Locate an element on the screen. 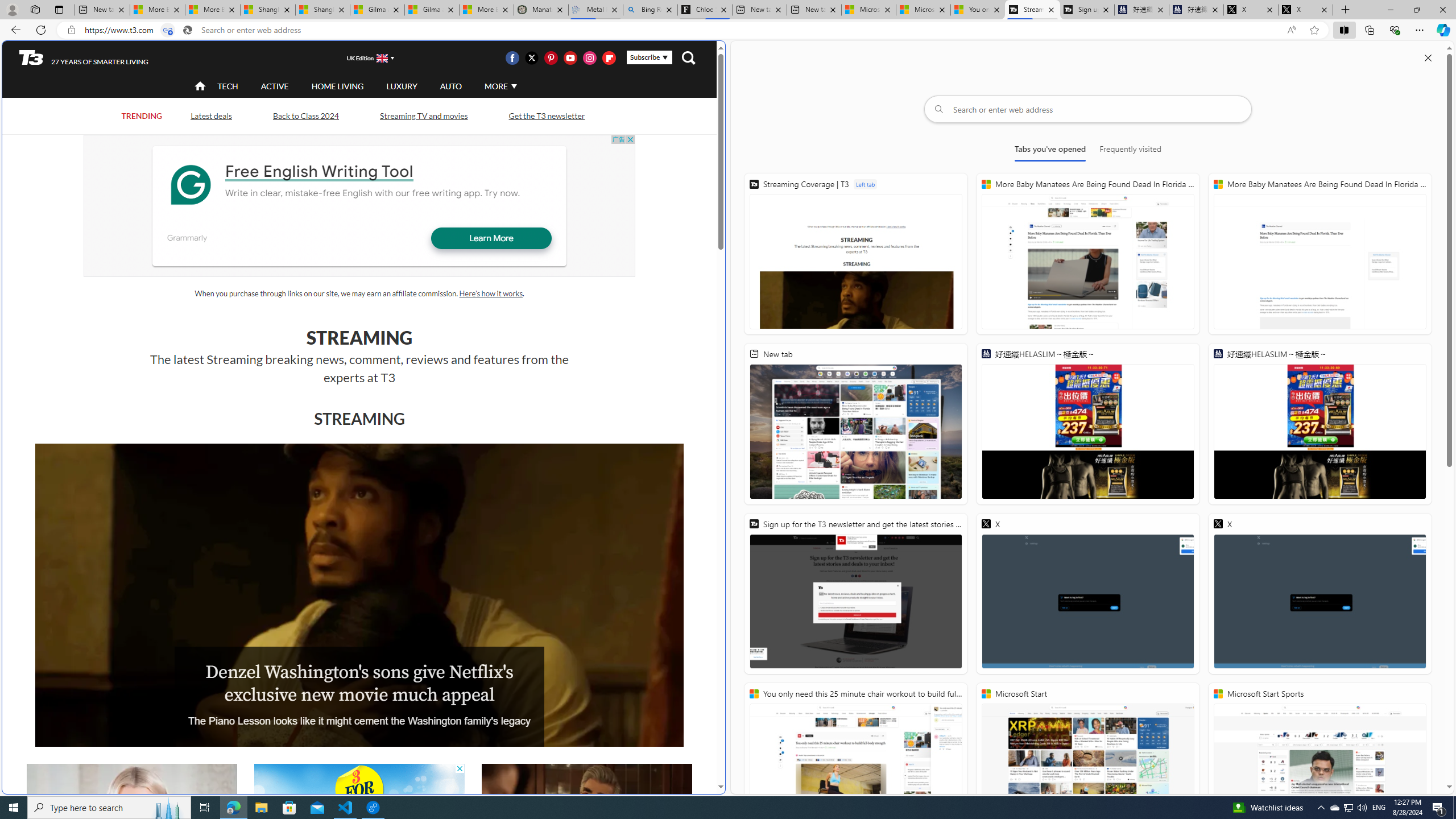  'Visit us on Flipboard' is located at coordinates (609, 57).